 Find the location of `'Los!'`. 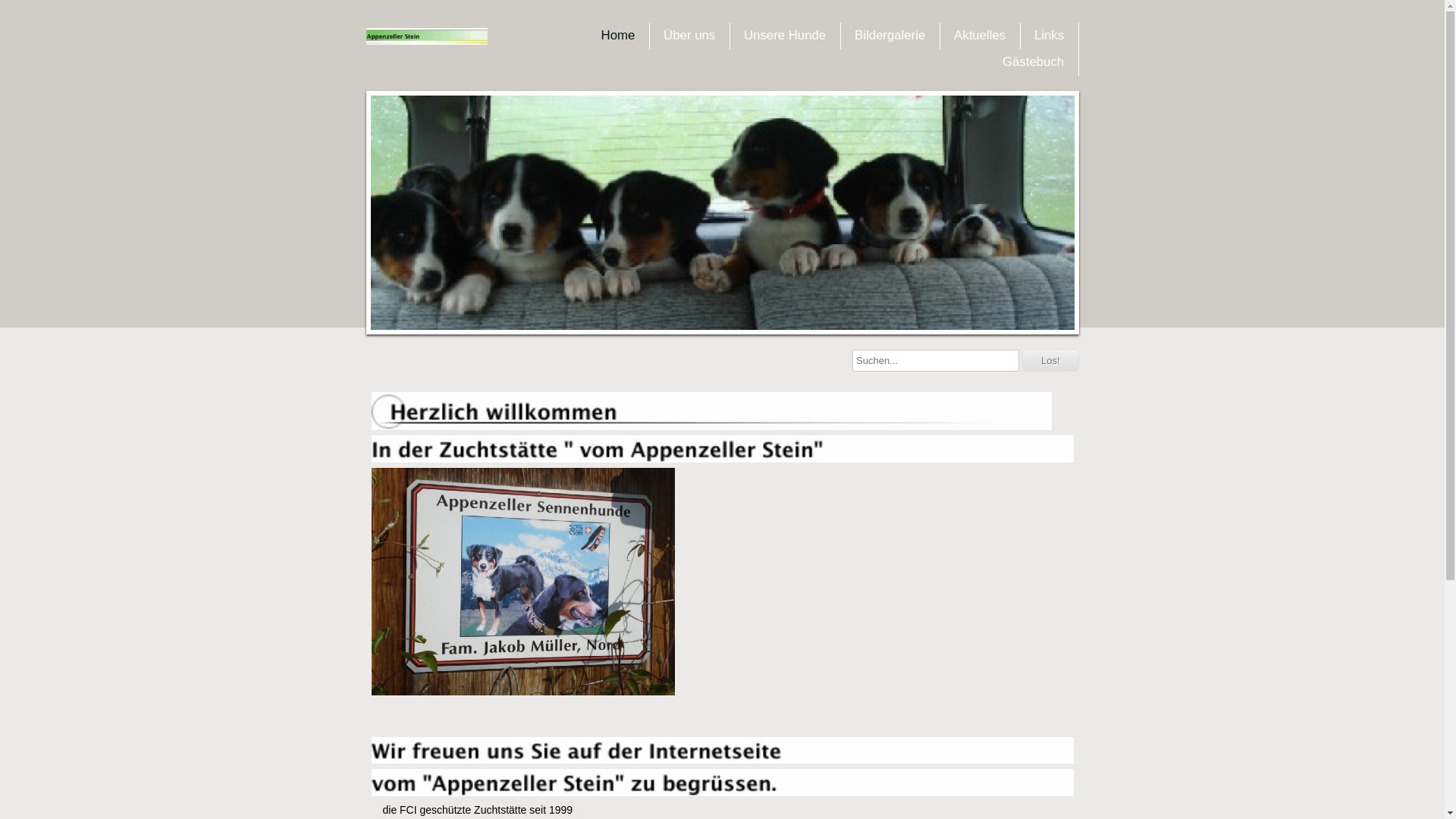

'Los!' is located at coordinates (1050, 360).